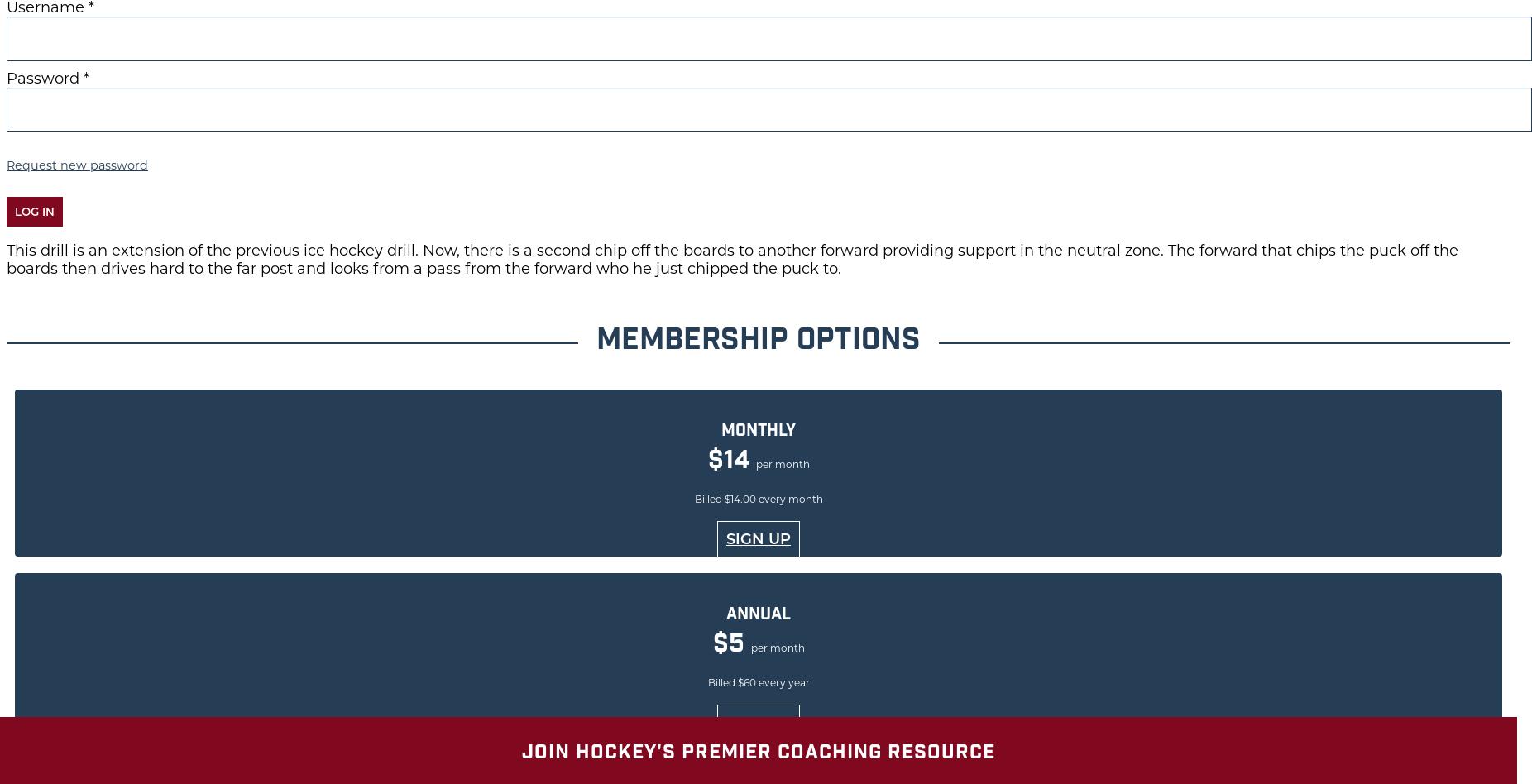 This screenshot has width=1532, height=784. Describe the element at coordinates (758, 753) in the screenshot. I see `'Join Hockey's Premier Coaching Resource'` at that location.